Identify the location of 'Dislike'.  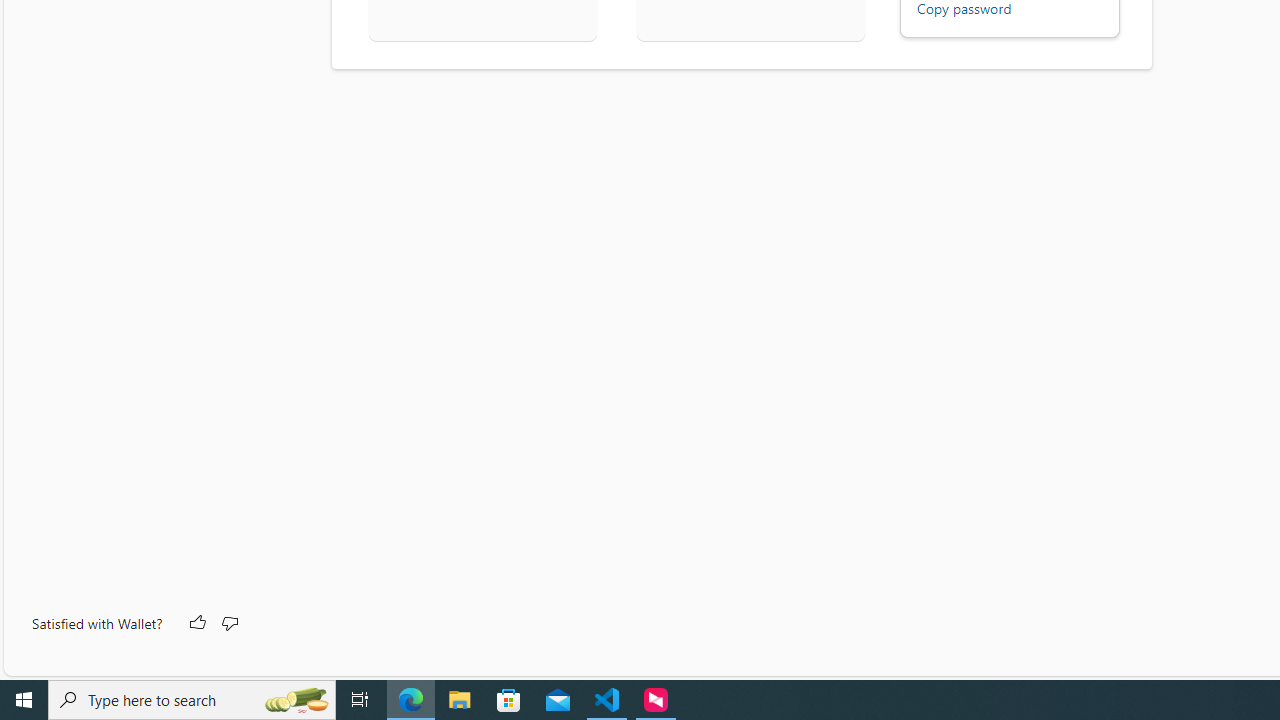
(229, 622).